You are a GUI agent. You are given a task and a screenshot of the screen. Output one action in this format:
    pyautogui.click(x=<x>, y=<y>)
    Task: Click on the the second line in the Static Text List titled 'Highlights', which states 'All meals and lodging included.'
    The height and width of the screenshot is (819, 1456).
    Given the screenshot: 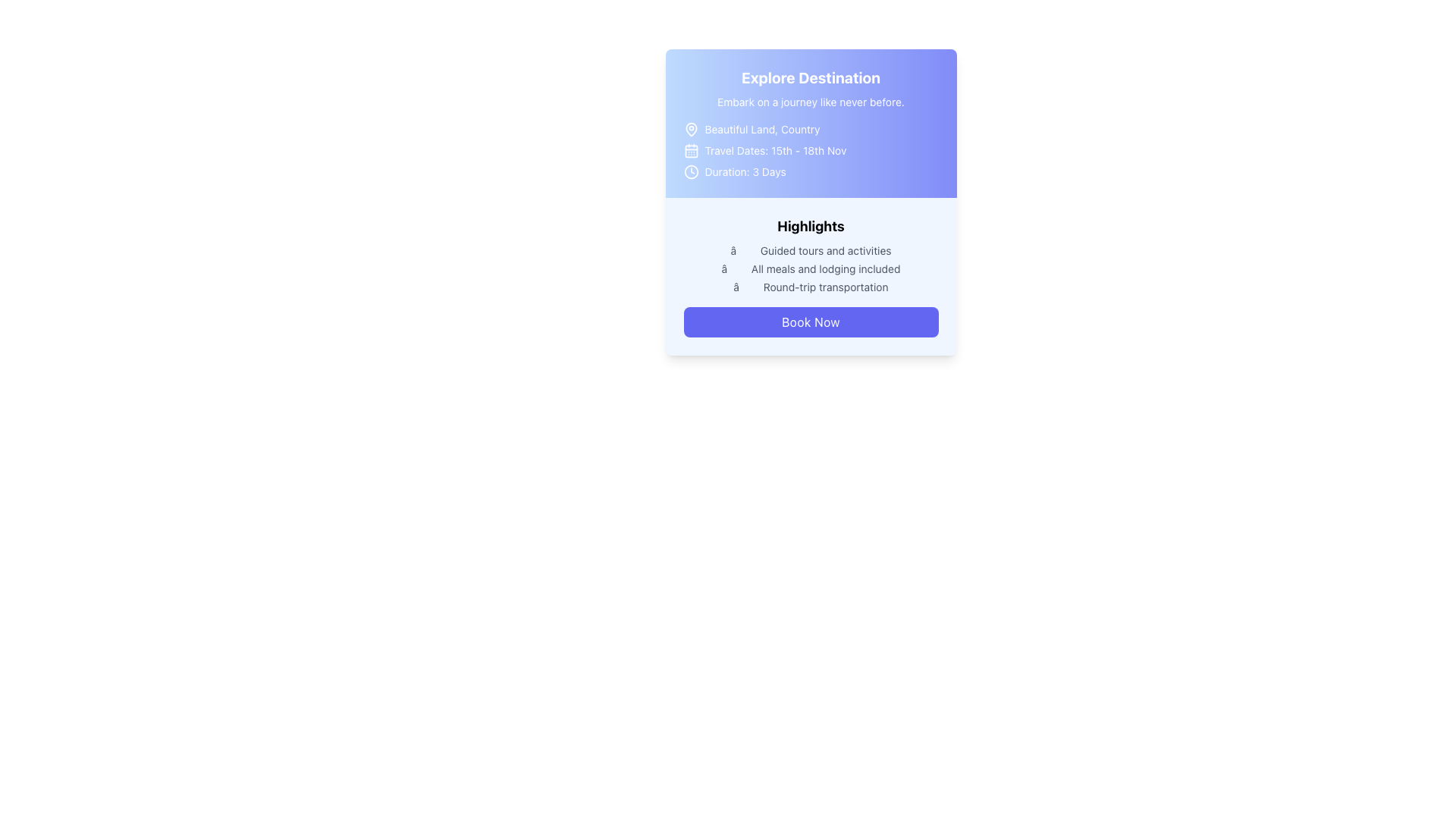 What is the action you would take?
    pyautogui.click(x=810, y=268)
    